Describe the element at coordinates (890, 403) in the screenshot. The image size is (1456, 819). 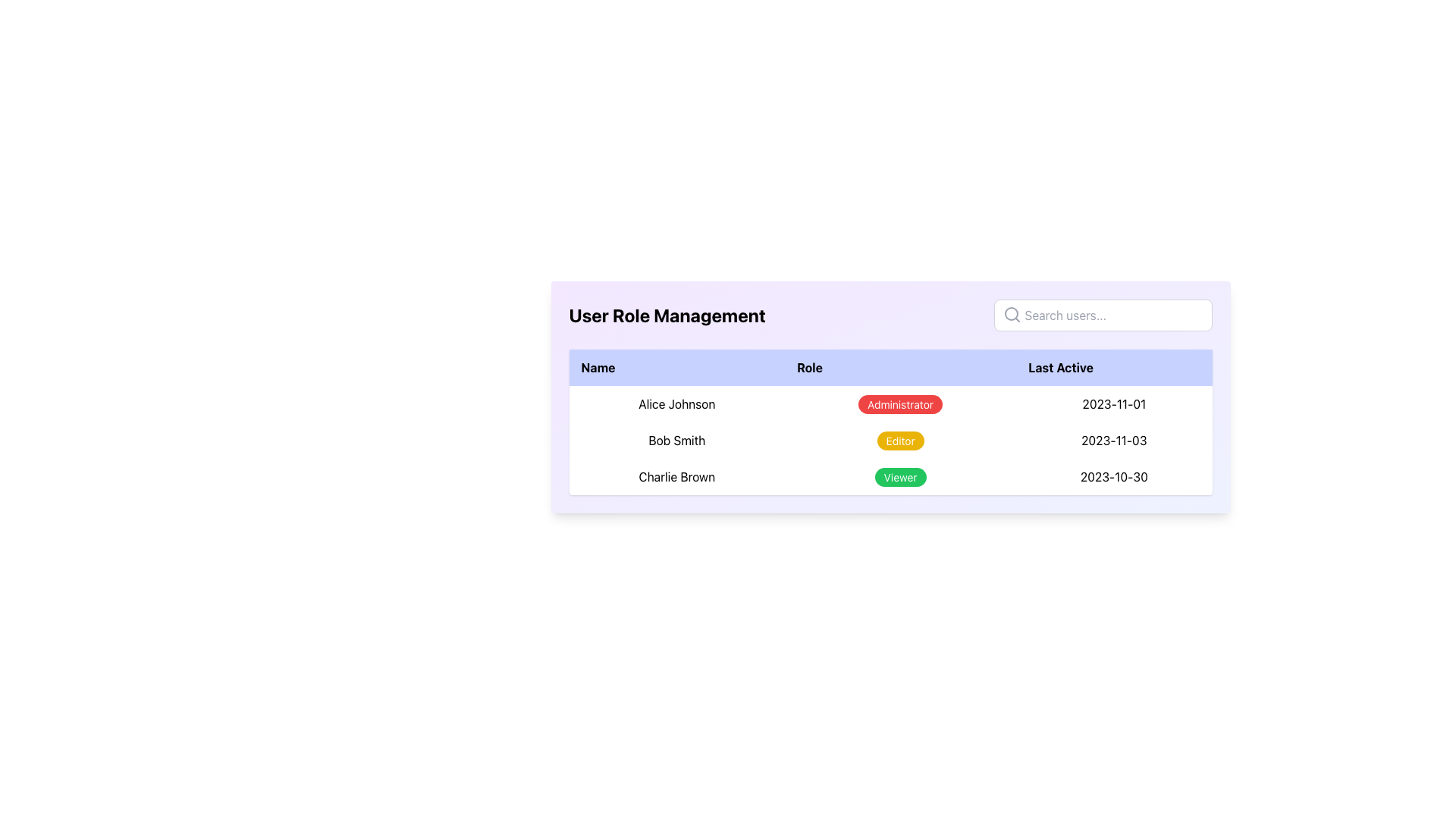
I see `the first Table Row element in the user management interface, which displays the name 'Alice Johnson', a role badge labeled 'Administrator', and the date '2023-11-01'` at that location.